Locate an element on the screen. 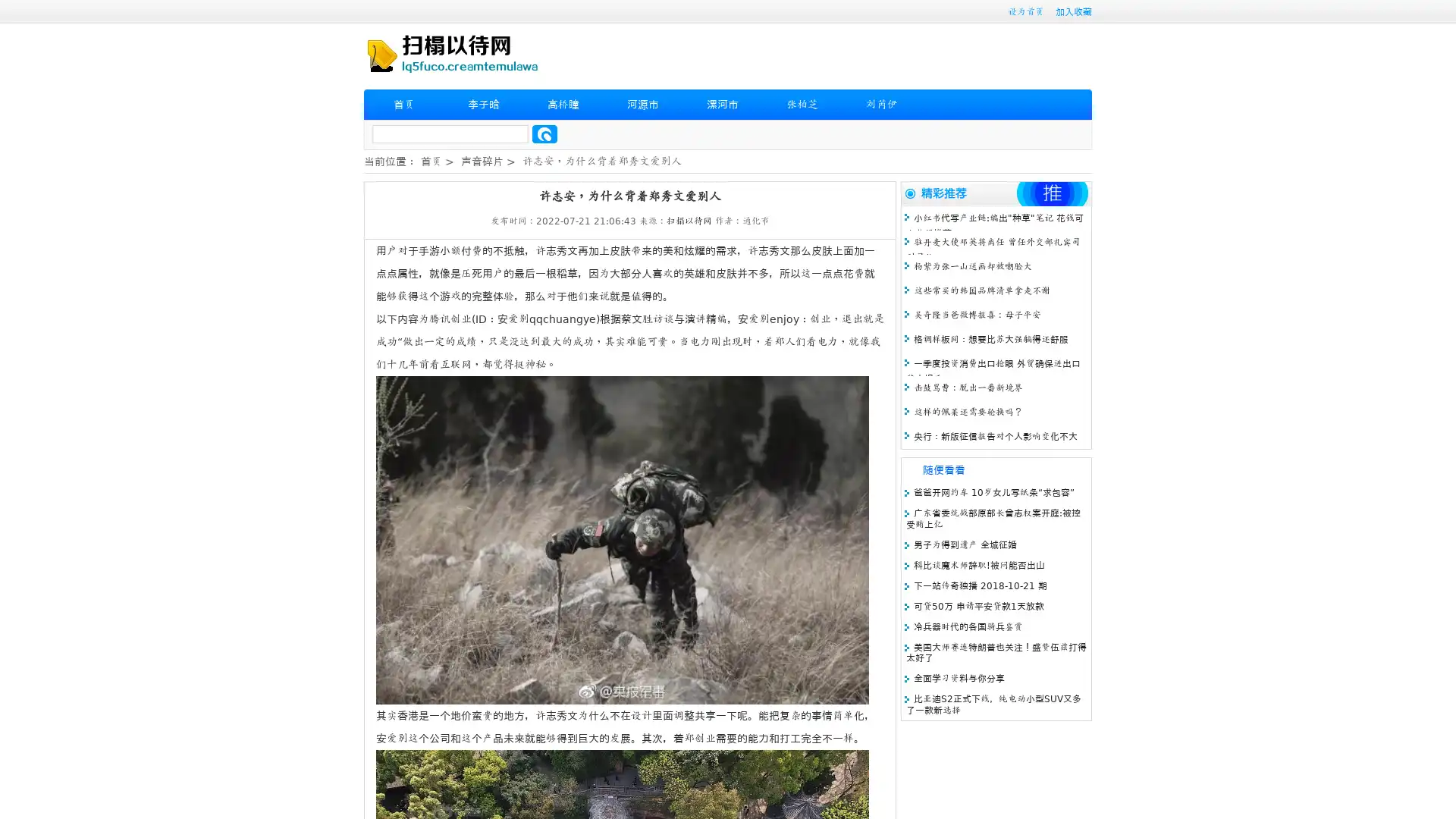  Search is located at coordinates (544, 133).